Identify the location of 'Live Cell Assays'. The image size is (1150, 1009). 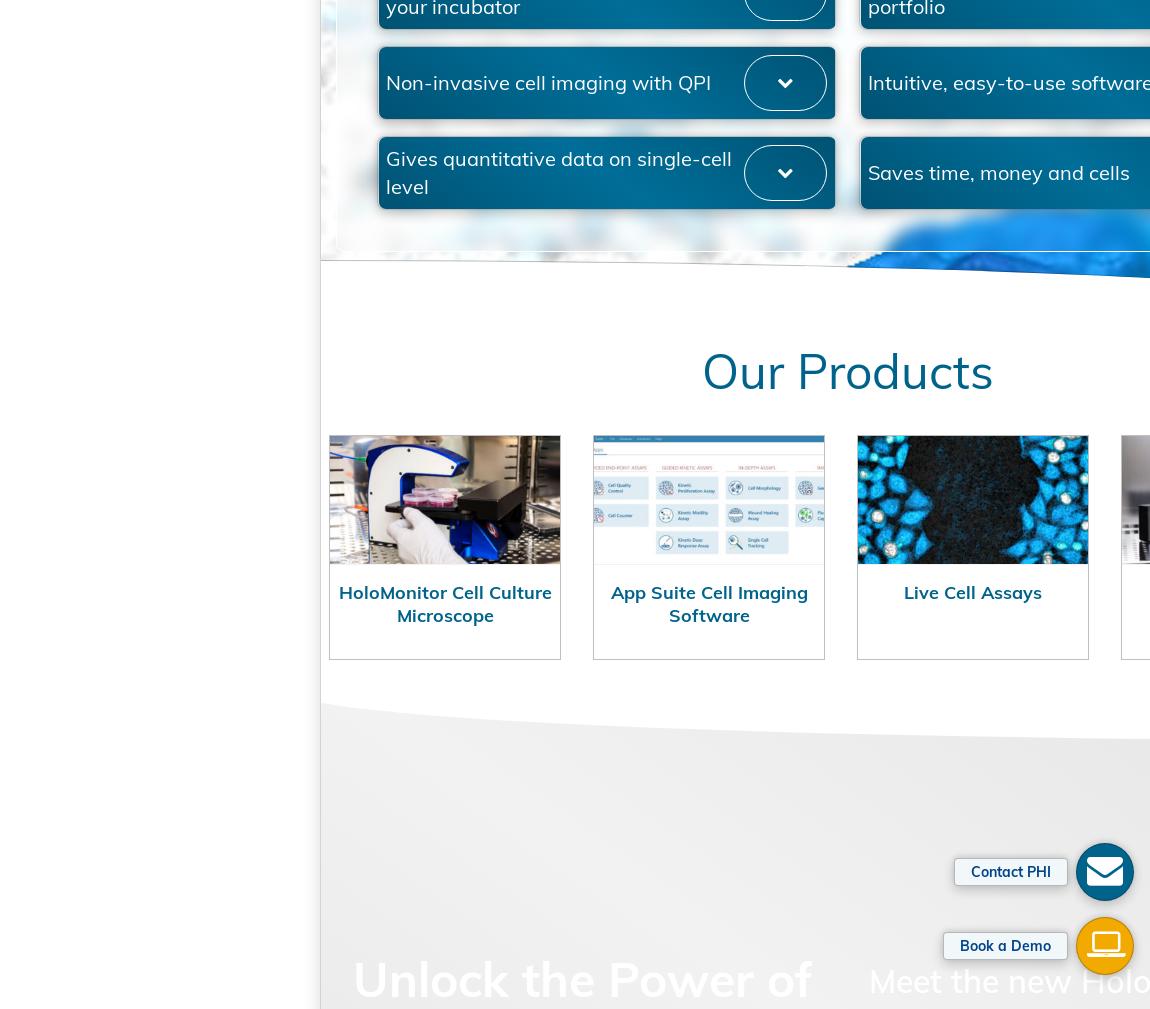
(839, 665).